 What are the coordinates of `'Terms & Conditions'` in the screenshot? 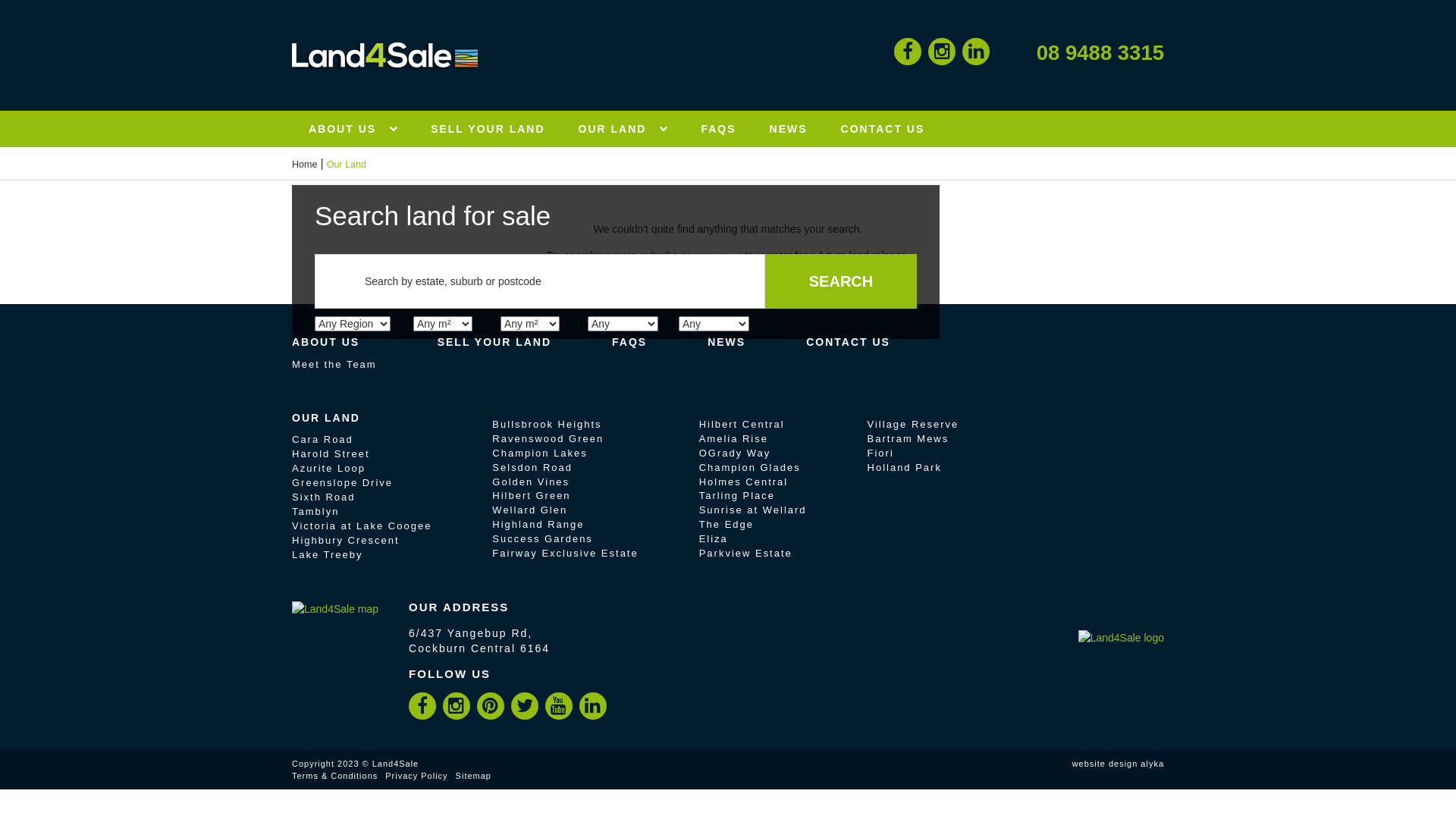 It's located at (291, 775).